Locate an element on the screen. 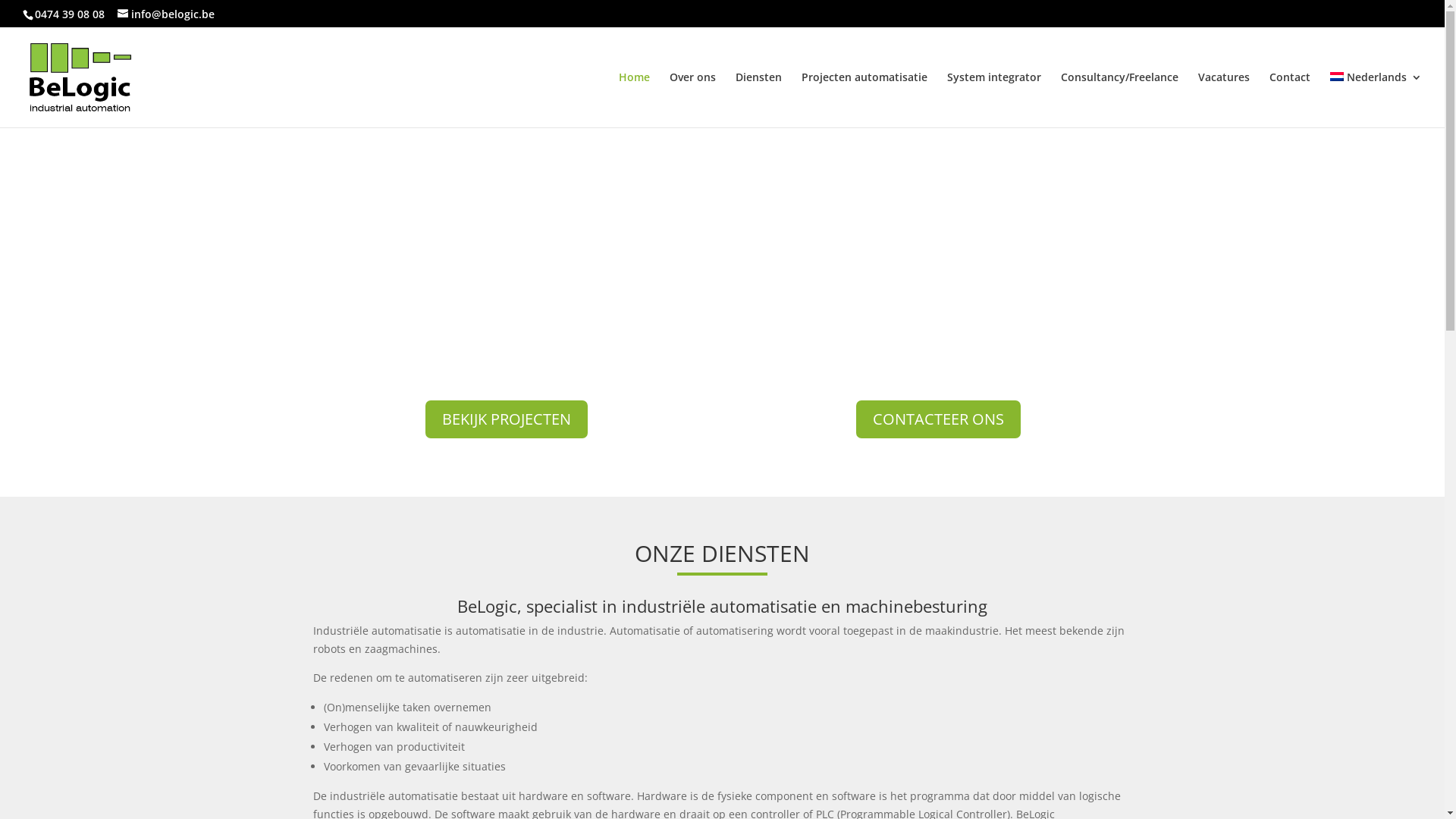 Image resolution: width=1456 pixels, height=819 pixels. 'CONTACTEER ONS' is located at coordinates (937, 419).